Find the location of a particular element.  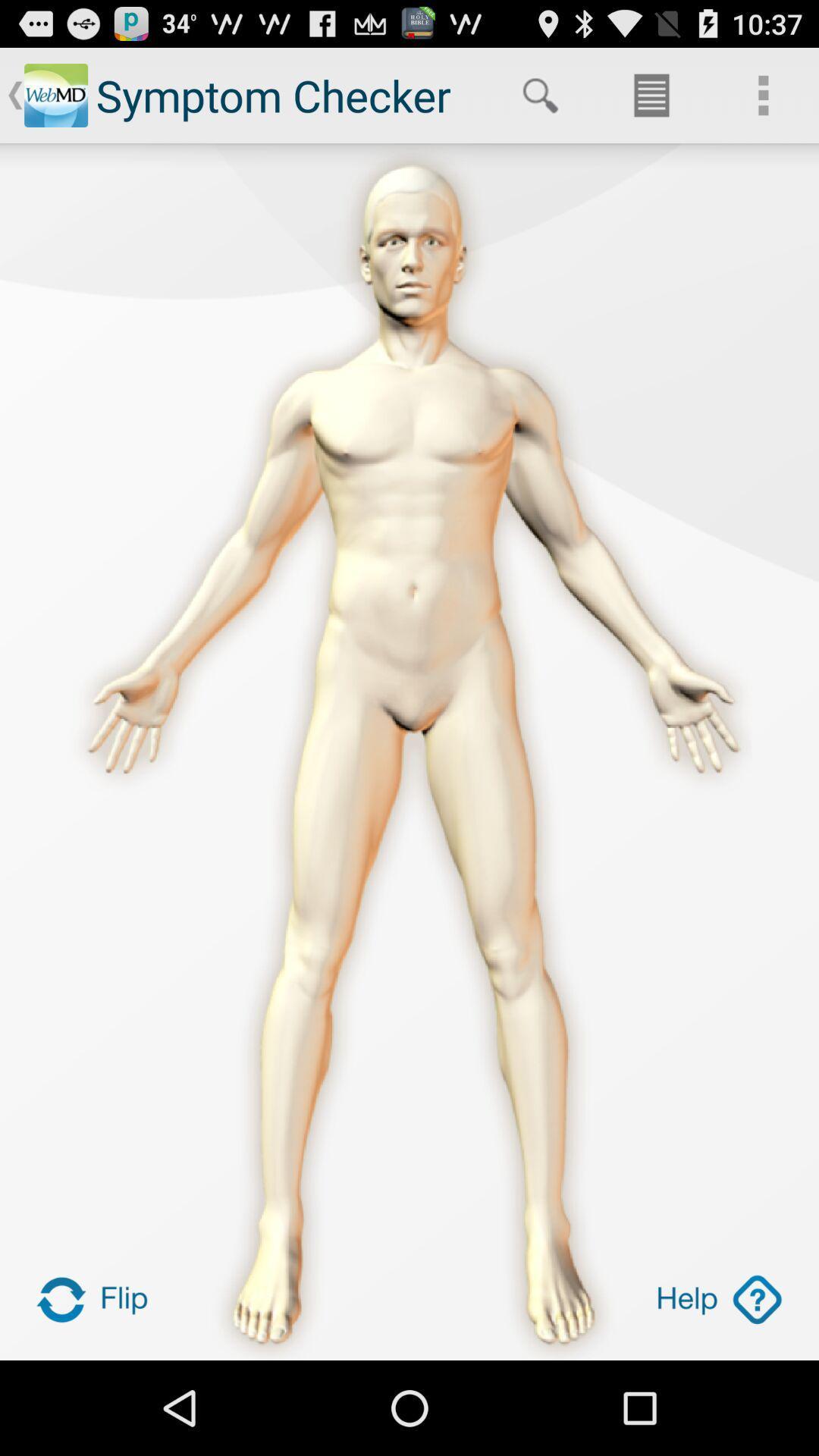

search help on the website is located at coordinates (718, 1298).